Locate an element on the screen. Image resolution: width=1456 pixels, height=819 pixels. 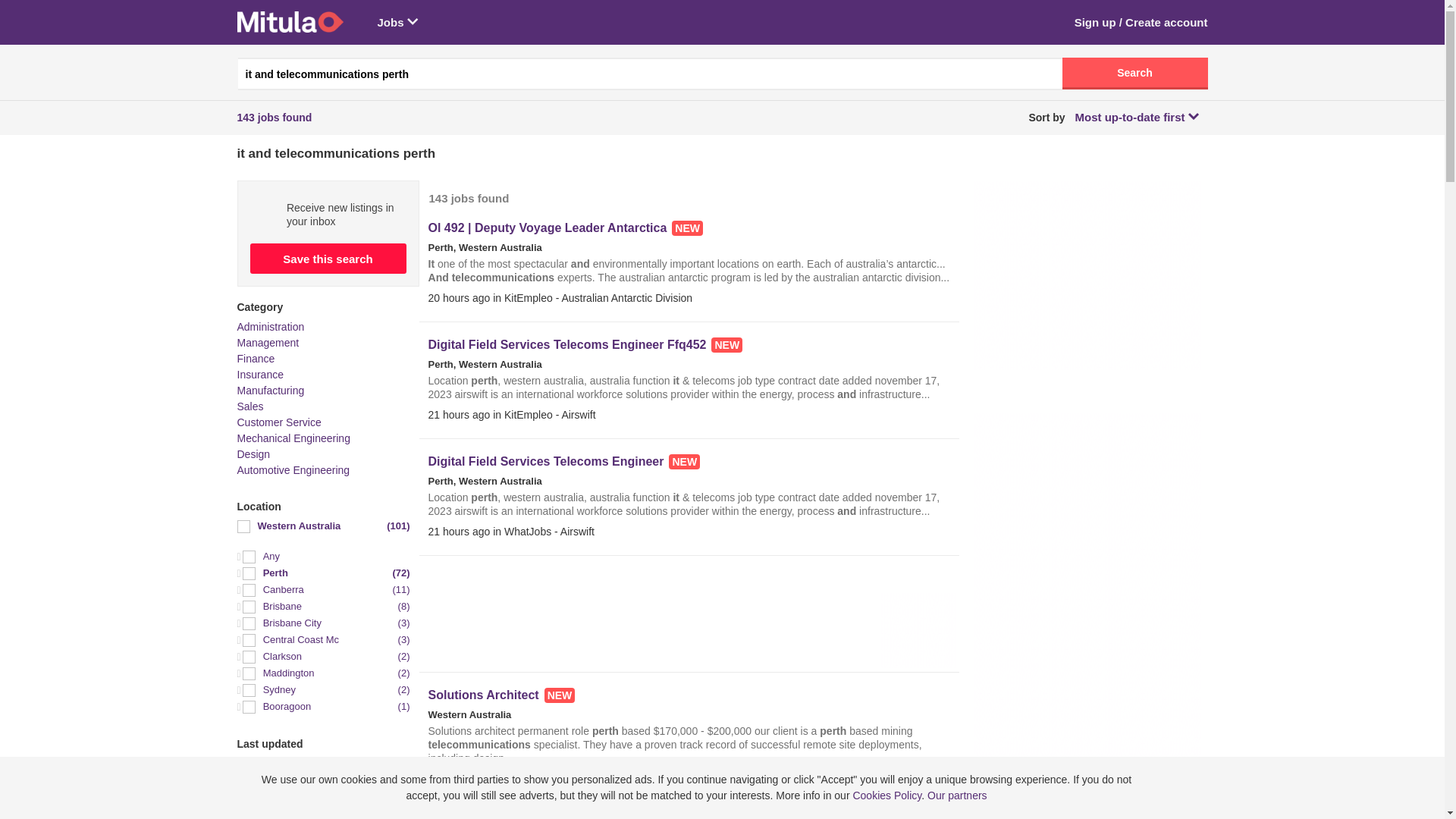
'Automotive Engineering' is located at coordinates (293, 469).